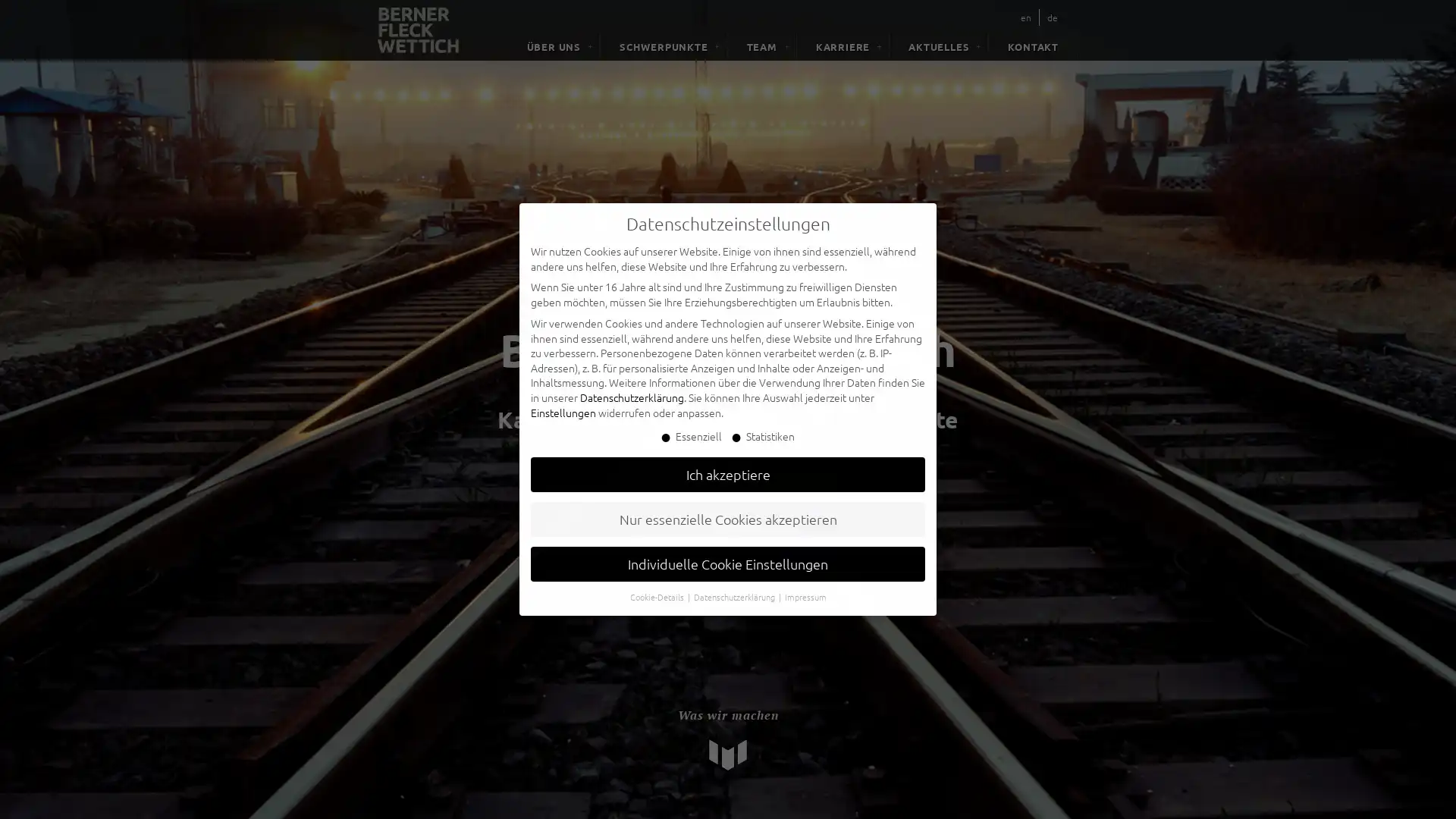 The height and width of the screenshot is (819, 1456). I want to click on Nur essenzielle Cookies akzeptieren, so click(728, 519).